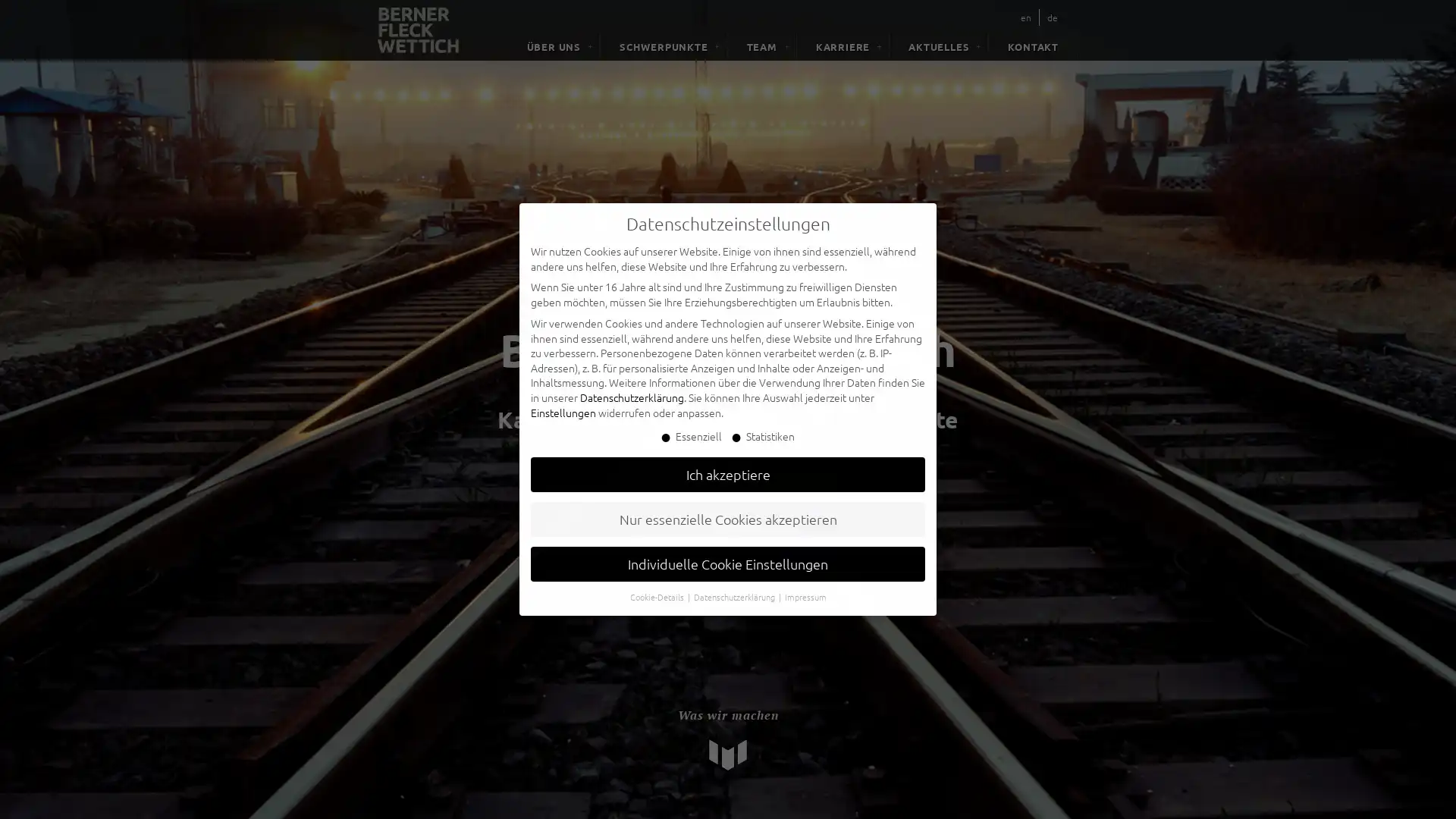 The height and width of the screenshot is (819, 1456). I want to click on Nur essenzielle Cookies akzeptieren, so click(728, 519).